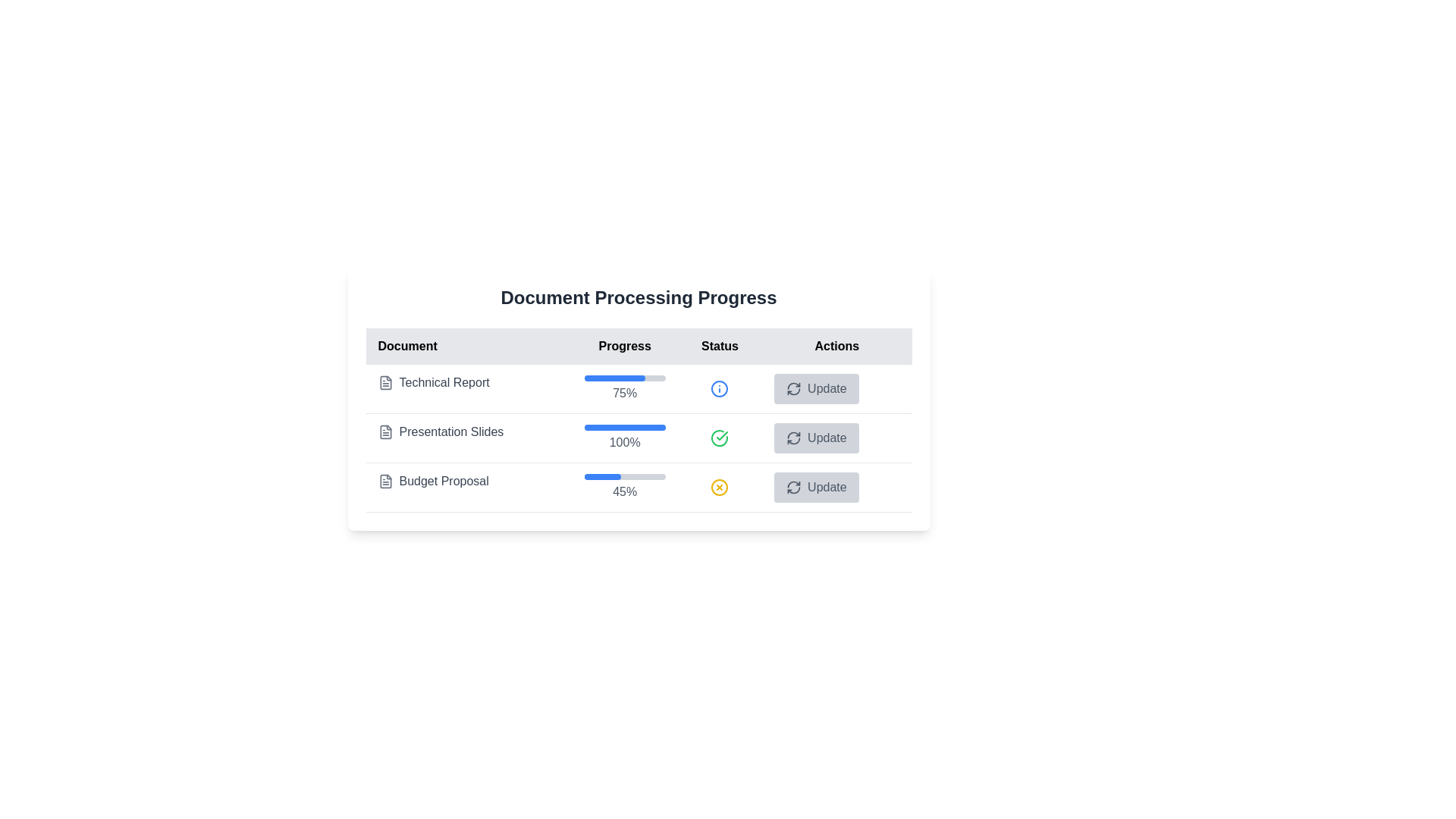  Describe the element at coordinates (815, 438) in the screenshot. I see `the 'Update' button with a refresh icon in the 'Actions' column of the document processing progress table for 'Presentation Slides'` at that location.